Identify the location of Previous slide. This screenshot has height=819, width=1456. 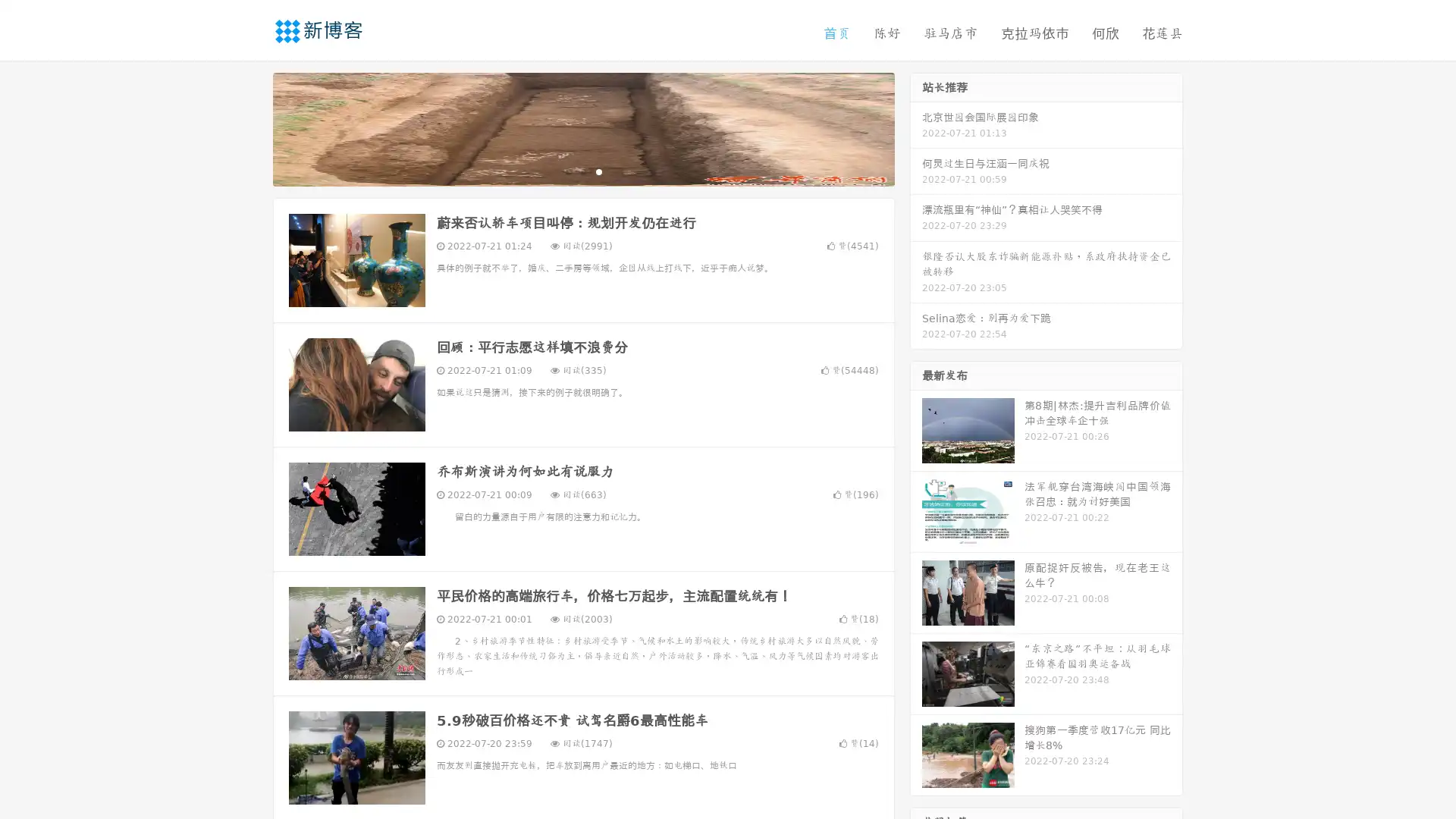
(250, 127).